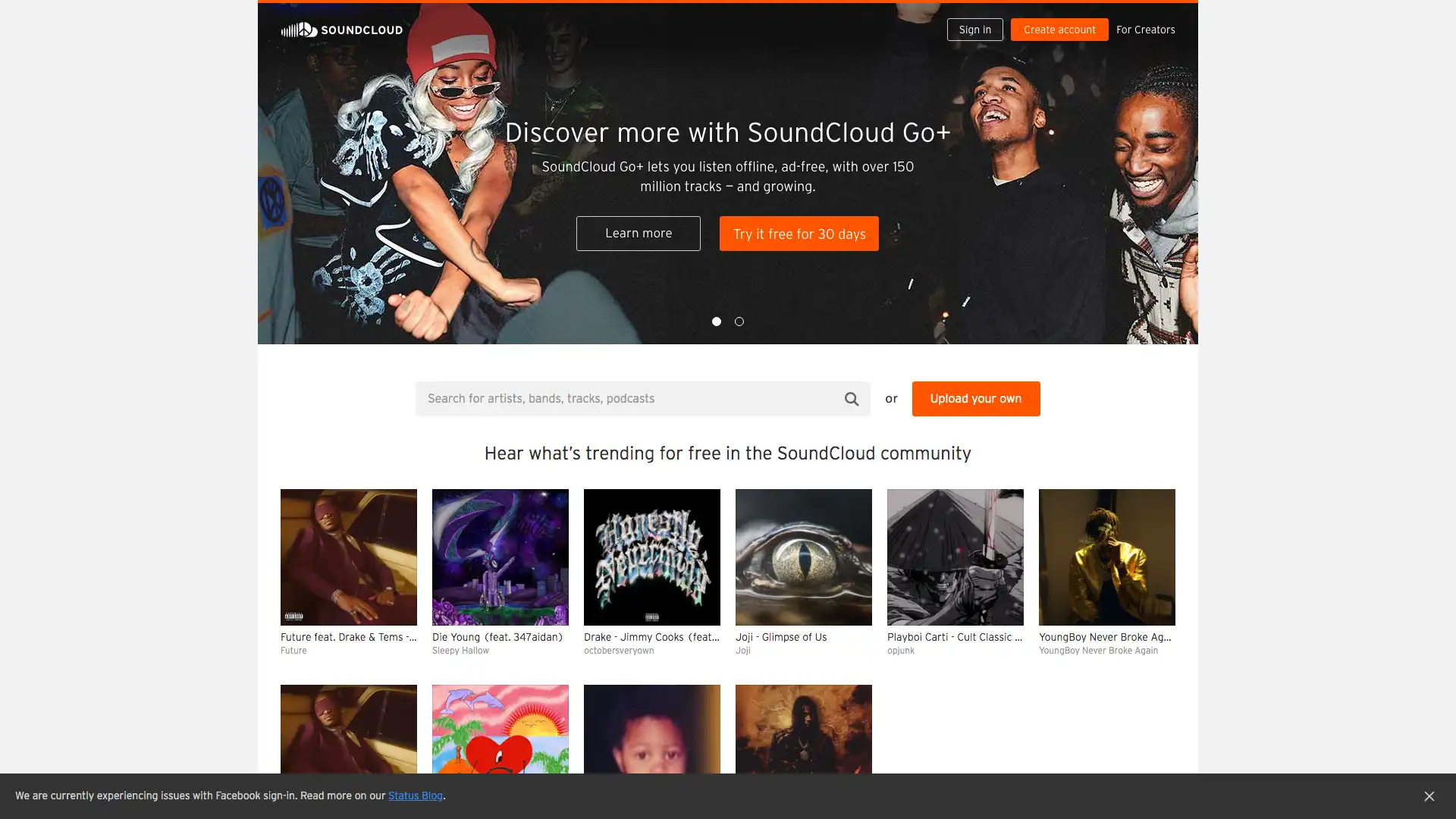  Describe the element at coordinates (852, 397) in the screenshot. I see `Search` at that location.